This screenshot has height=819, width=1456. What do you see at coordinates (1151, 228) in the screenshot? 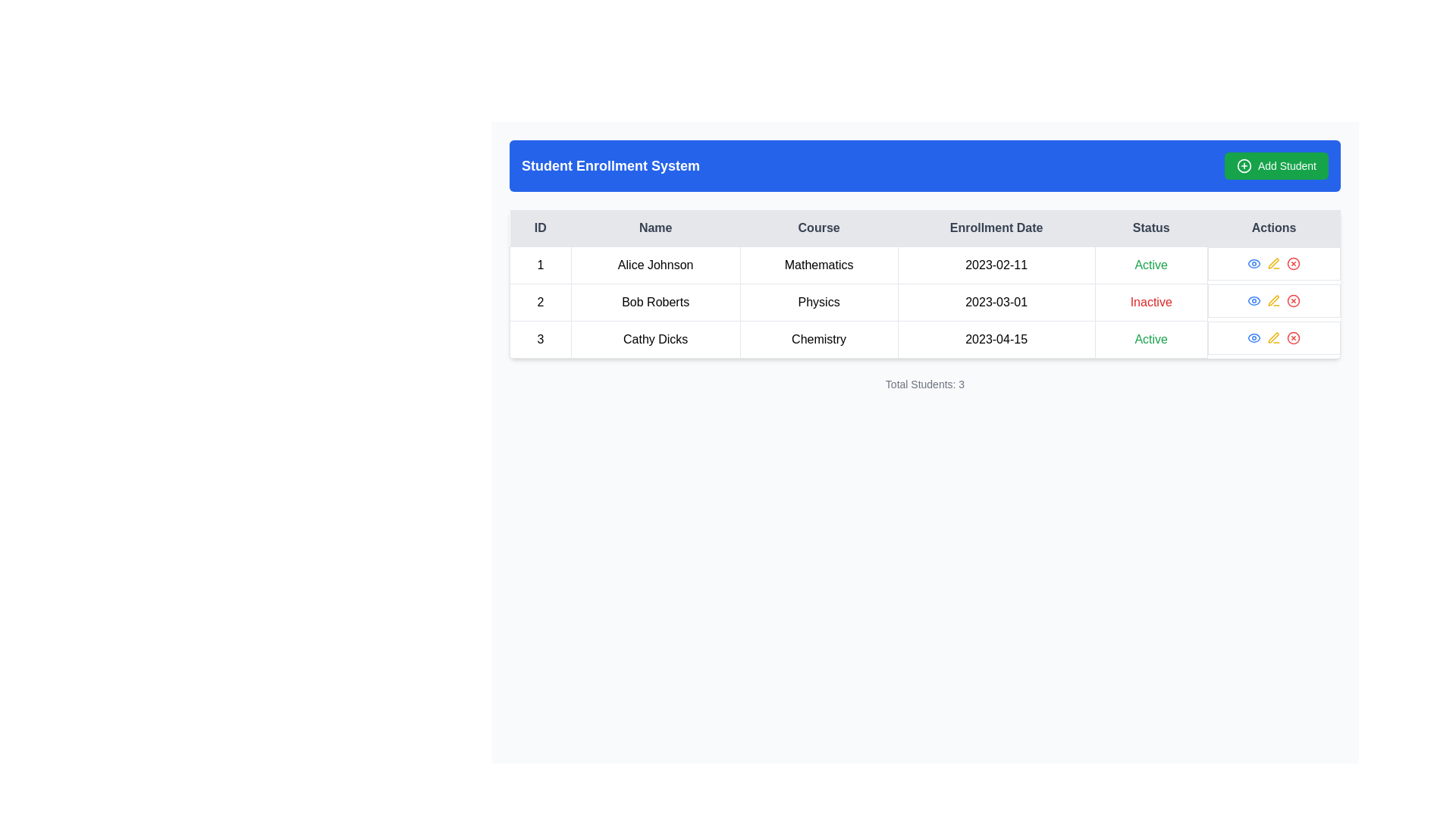
I see `the 'Status' text label element, which is the fifth column header in a table layout, displaying the word 'Status' in dark gray color on a light gray background` at bounding box center [1151, 228].